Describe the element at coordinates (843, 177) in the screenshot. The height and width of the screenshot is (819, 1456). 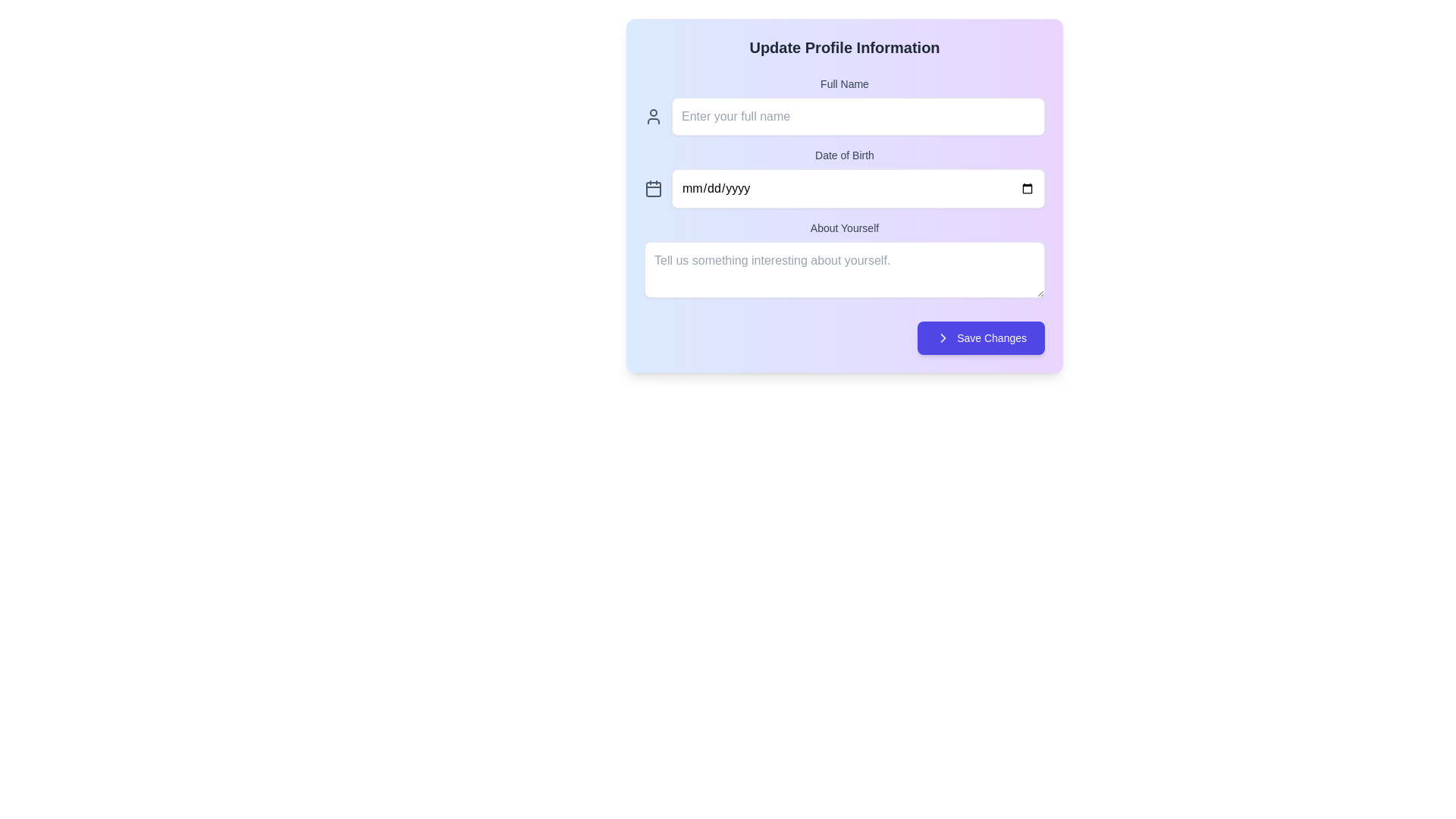
I see `the date input field located below the 'Full Name' field in the 'Update Profile Information' form` at that location.